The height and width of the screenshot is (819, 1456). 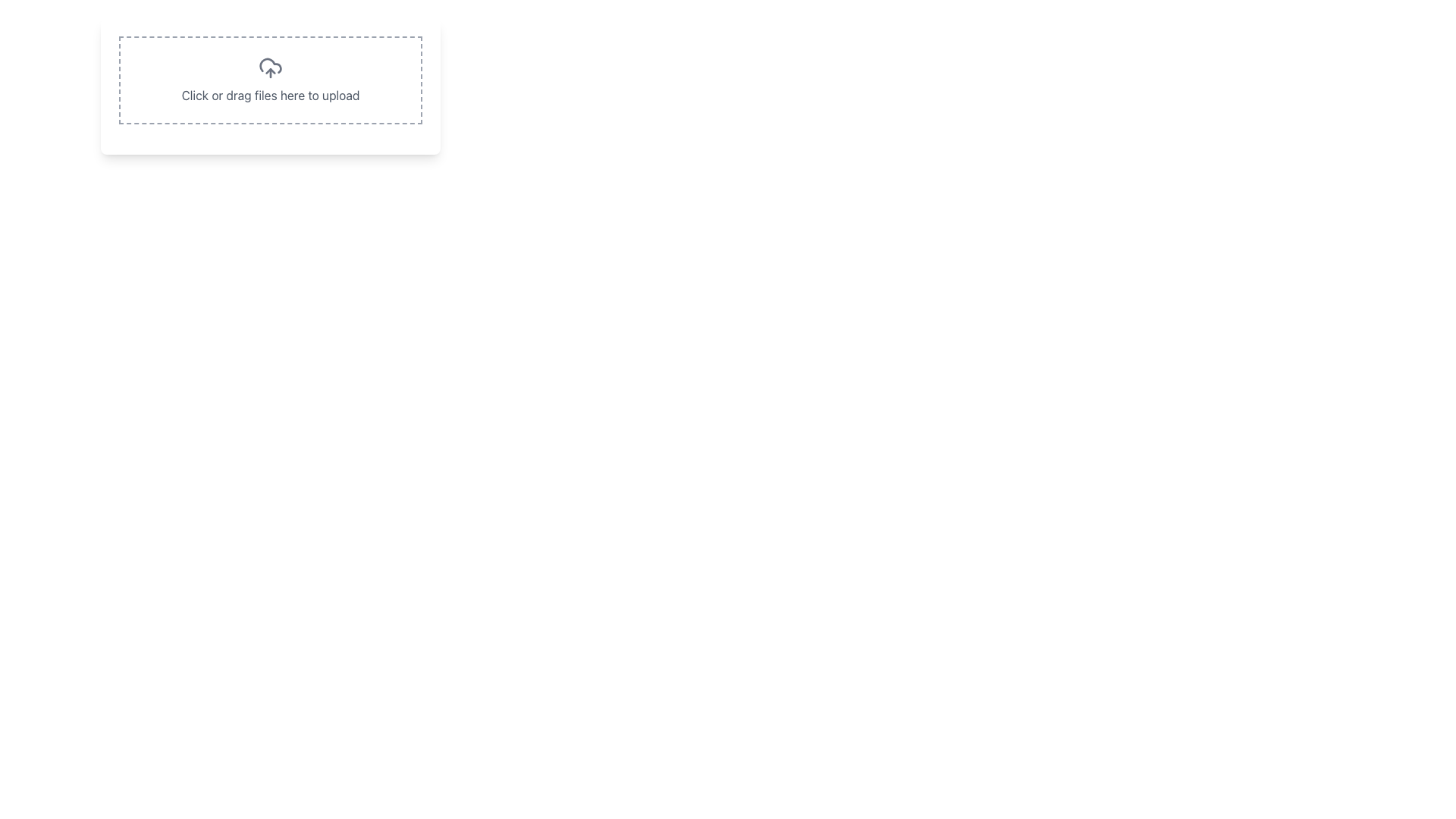 I want to click on the cloud icon with an upwards arrow, which is styled in gray and located above the text prompt 'Click or drag files here to upload', so click(x=270, y=67).